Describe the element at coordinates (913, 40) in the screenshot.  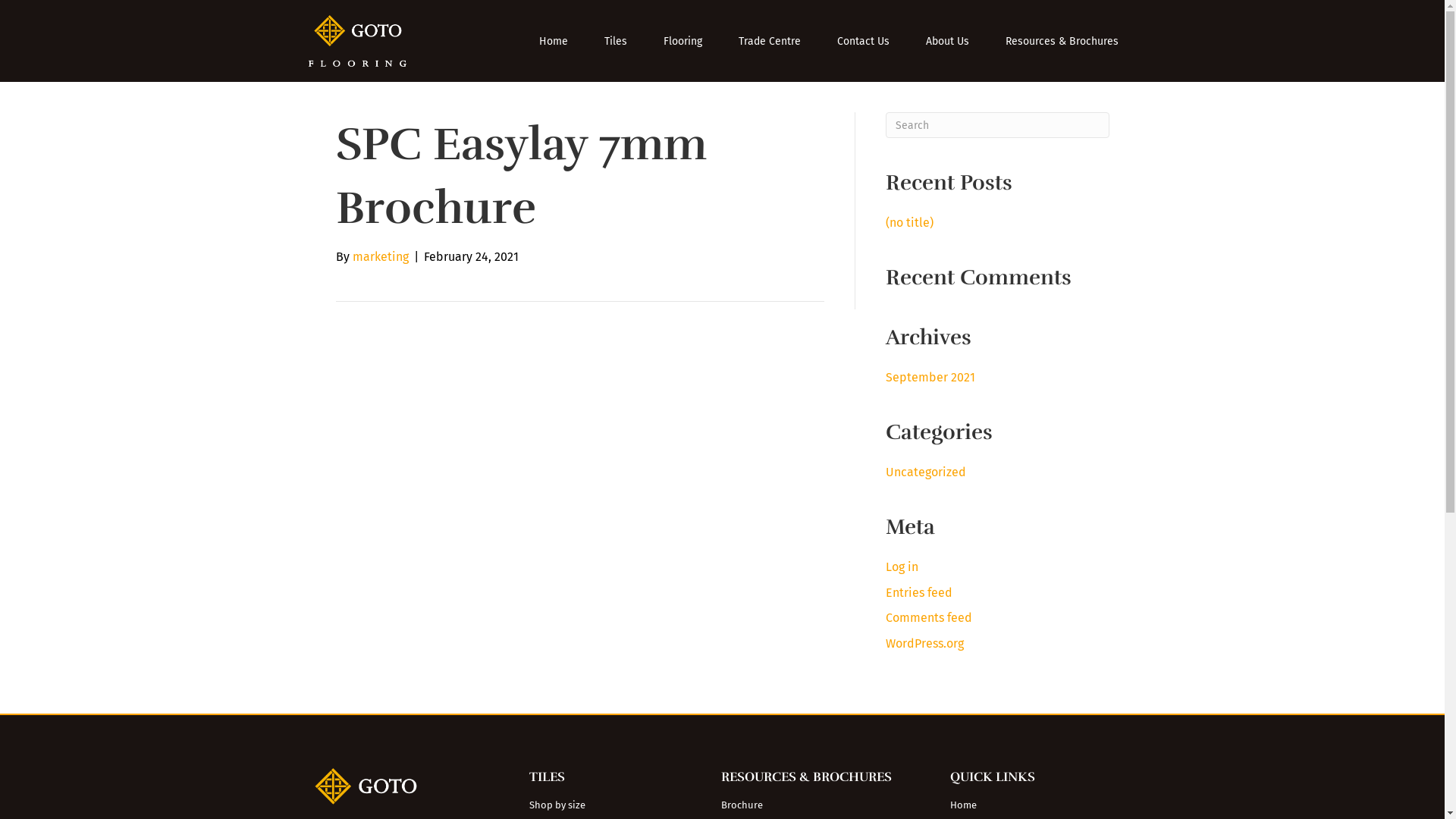
I see `'About Us'` at that location.